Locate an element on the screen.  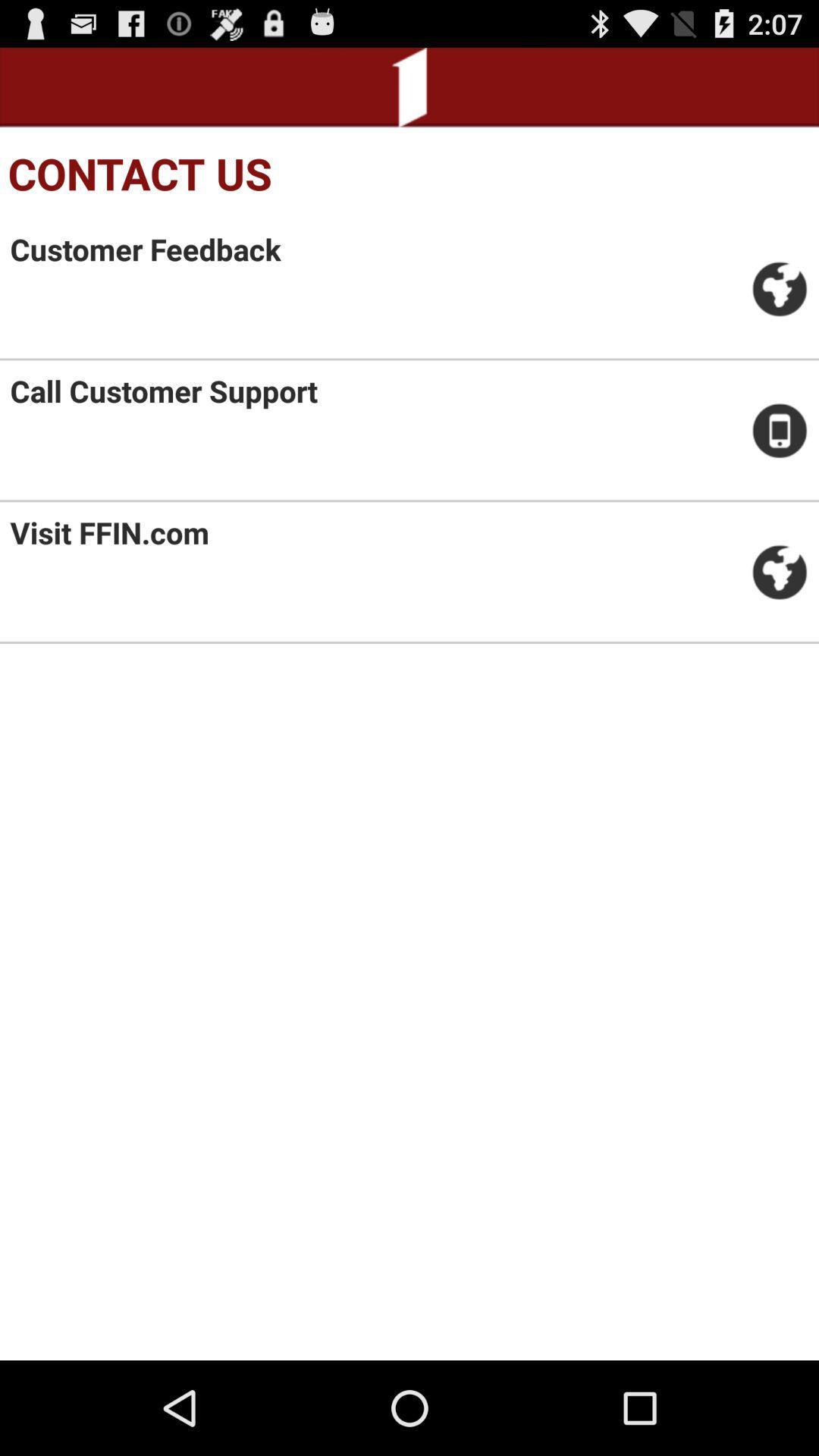
item above call customer support is located at coordinates (146, 249).